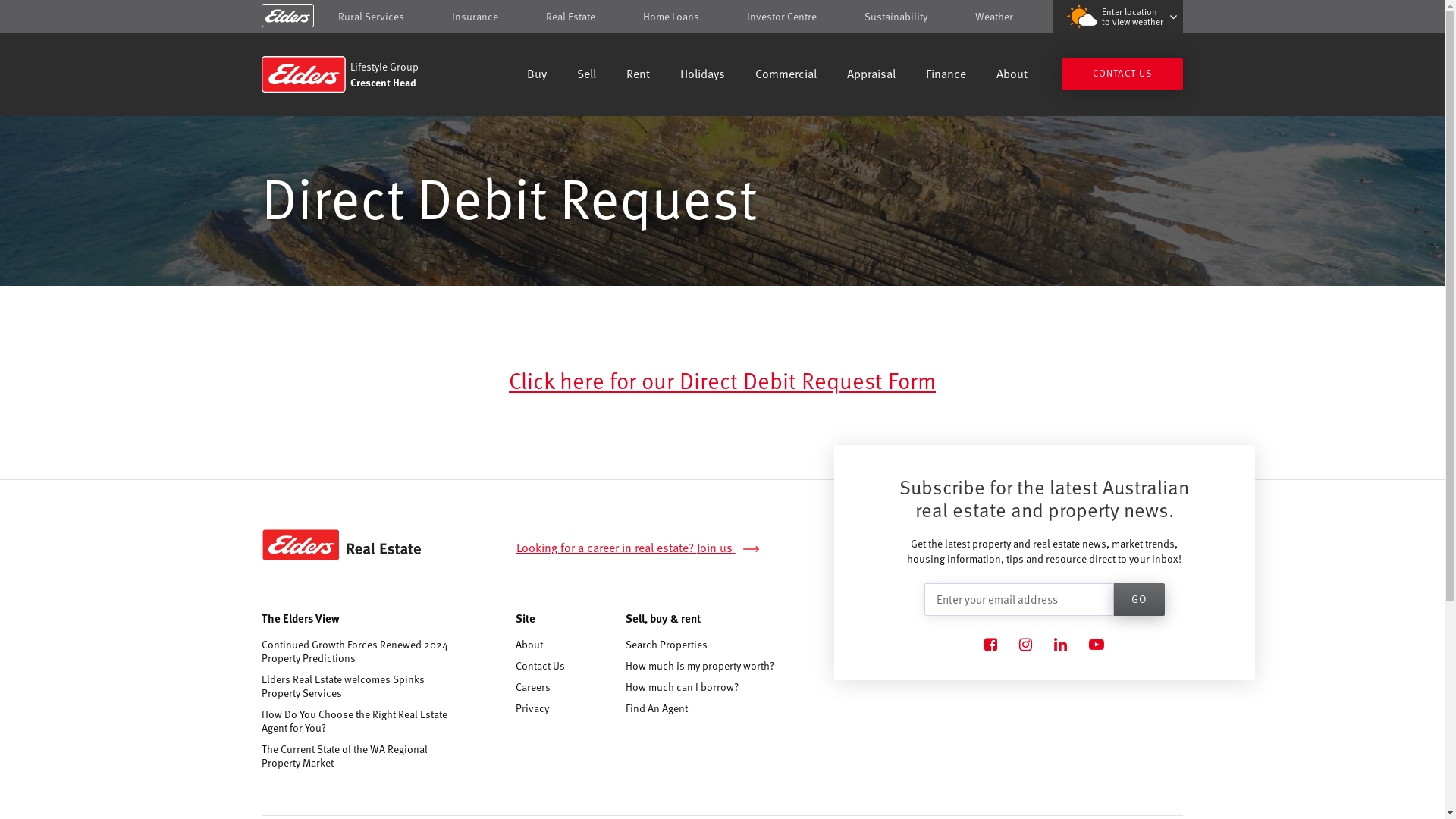  What do you see at coordinates (516, 548) in the screenshot?
I see `'Looking for a career in real estate? Join us'` at bounding box center [516, 548].